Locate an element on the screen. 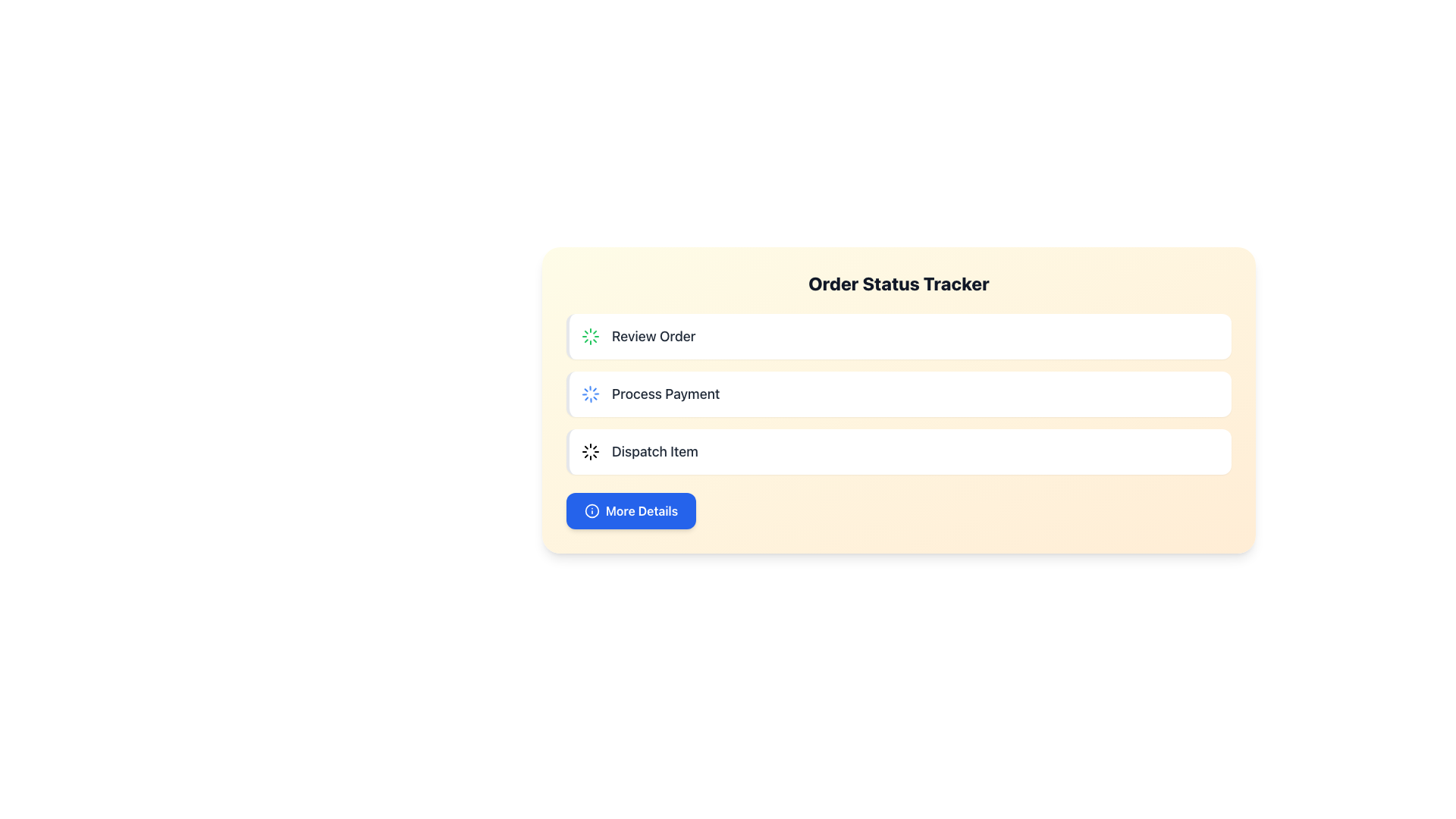 The height and width of the screenshot is (819, 1456). the 'Process Payment' text label, which is styled with a bold medium-sized font in dark gray, located below the 'Review Order' step is located at coordinates (666, 394).